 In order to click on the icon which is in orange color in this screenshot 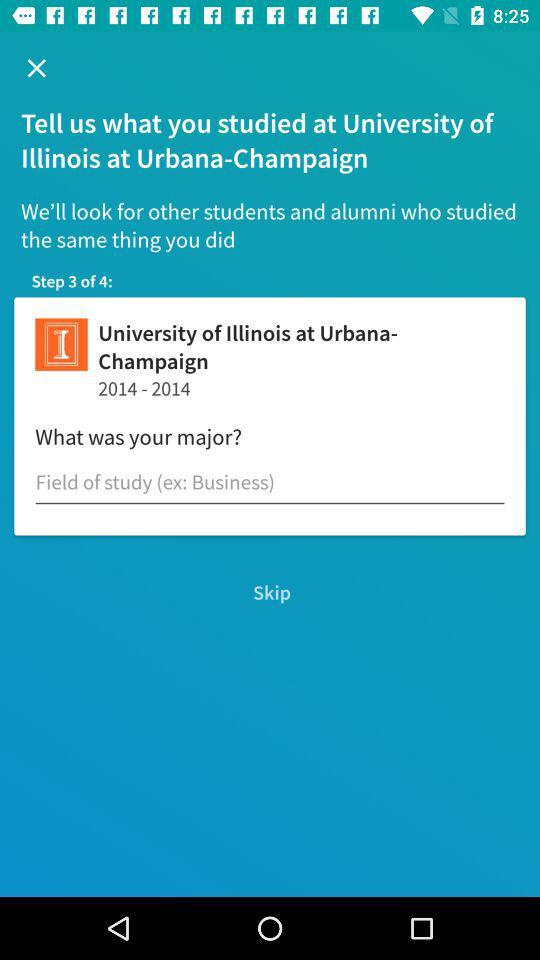, I will do `click(61, 344)`.